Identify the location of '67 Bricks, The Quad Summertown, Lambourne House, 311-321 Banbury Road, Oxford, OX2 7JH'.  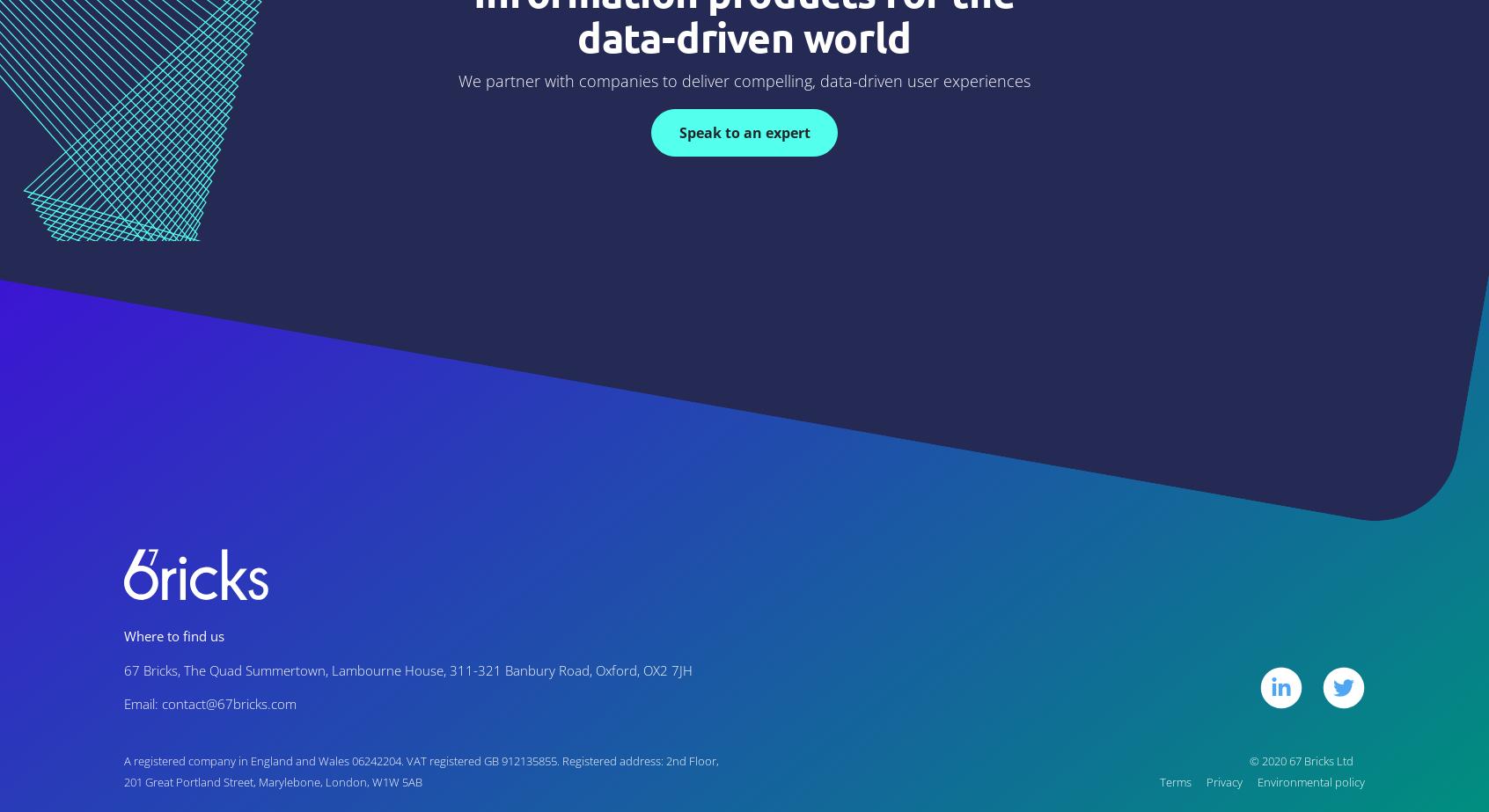
(407, 669).